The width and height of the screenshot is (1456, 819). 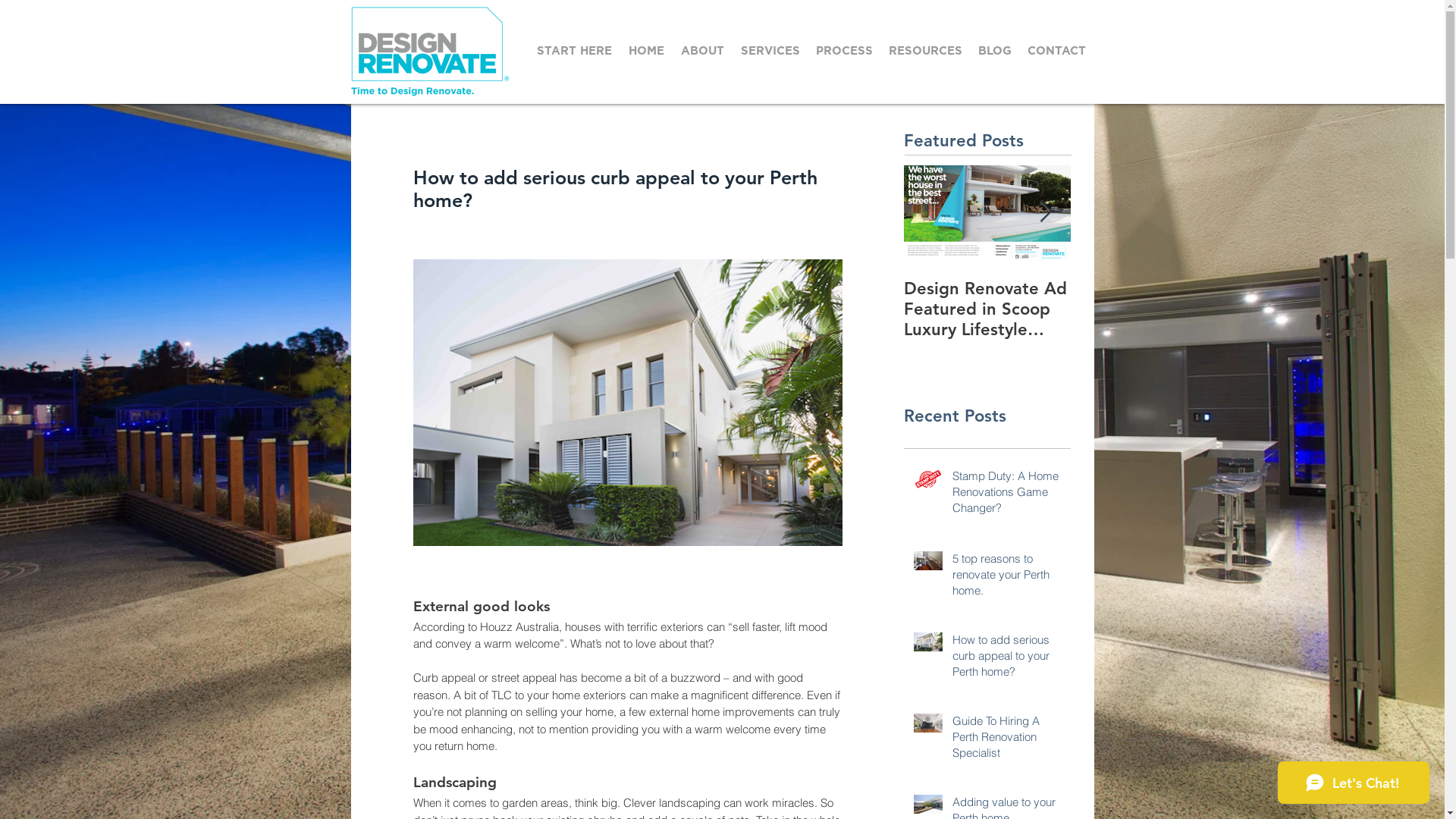 I want to click on 'ABOUT', so click(x=702, y=50).